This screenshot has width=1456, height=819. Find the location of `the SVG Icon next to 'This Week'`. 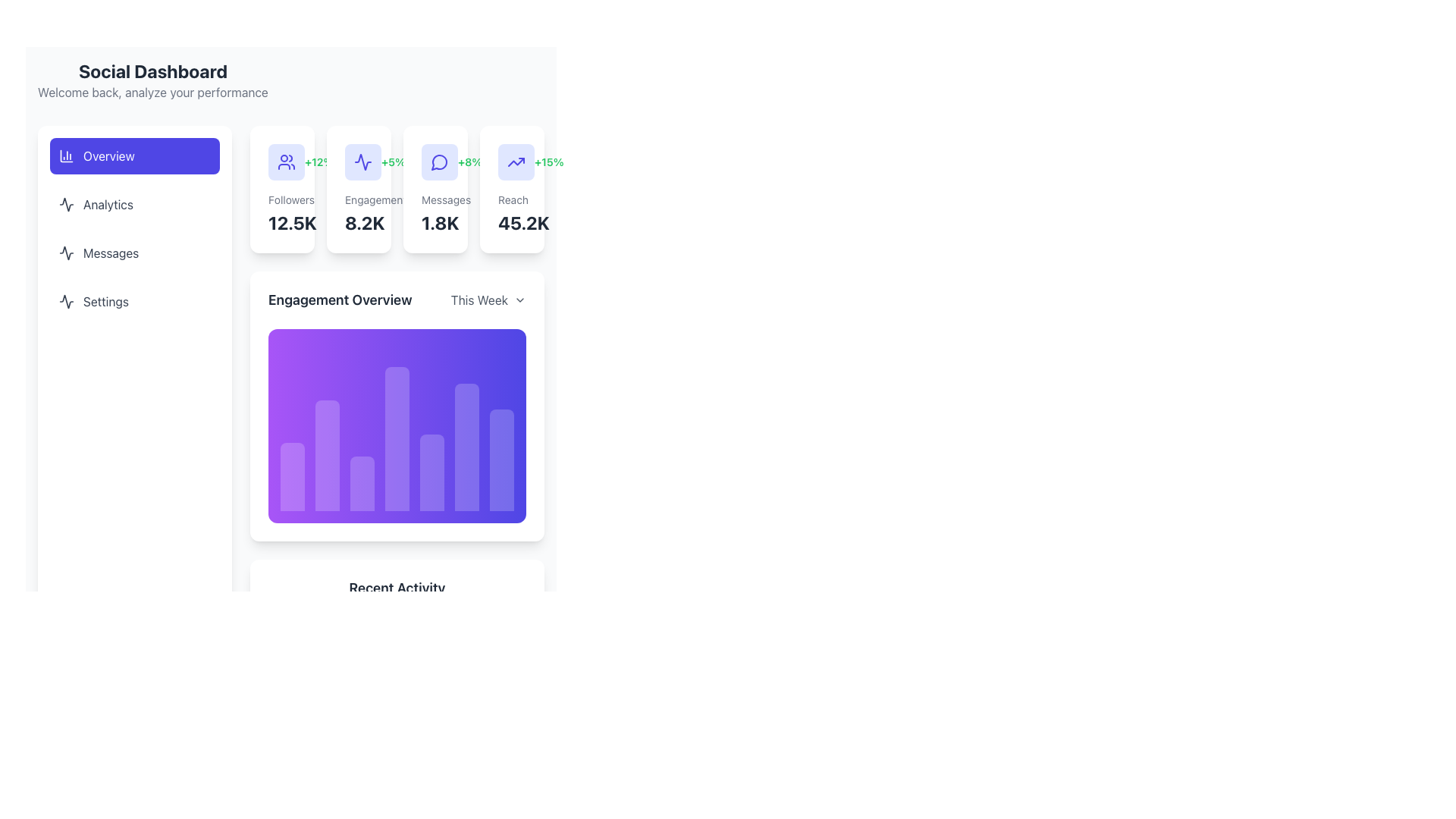

the SVG Icon next to 'This Week' is located at coordinates (520, 300).